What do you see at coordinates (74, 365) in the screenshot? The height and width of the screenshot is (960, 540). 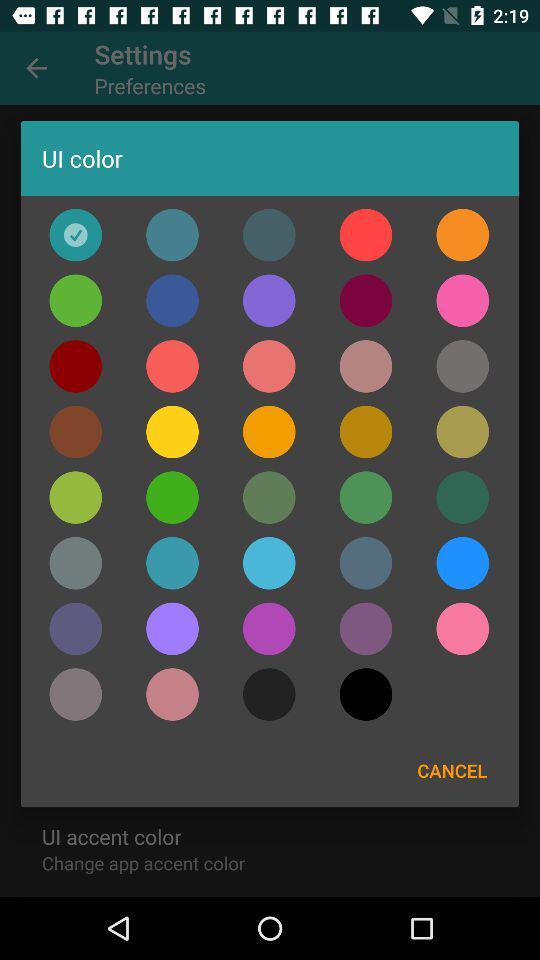 I see `change ui color` at bounding box center [74, 365].